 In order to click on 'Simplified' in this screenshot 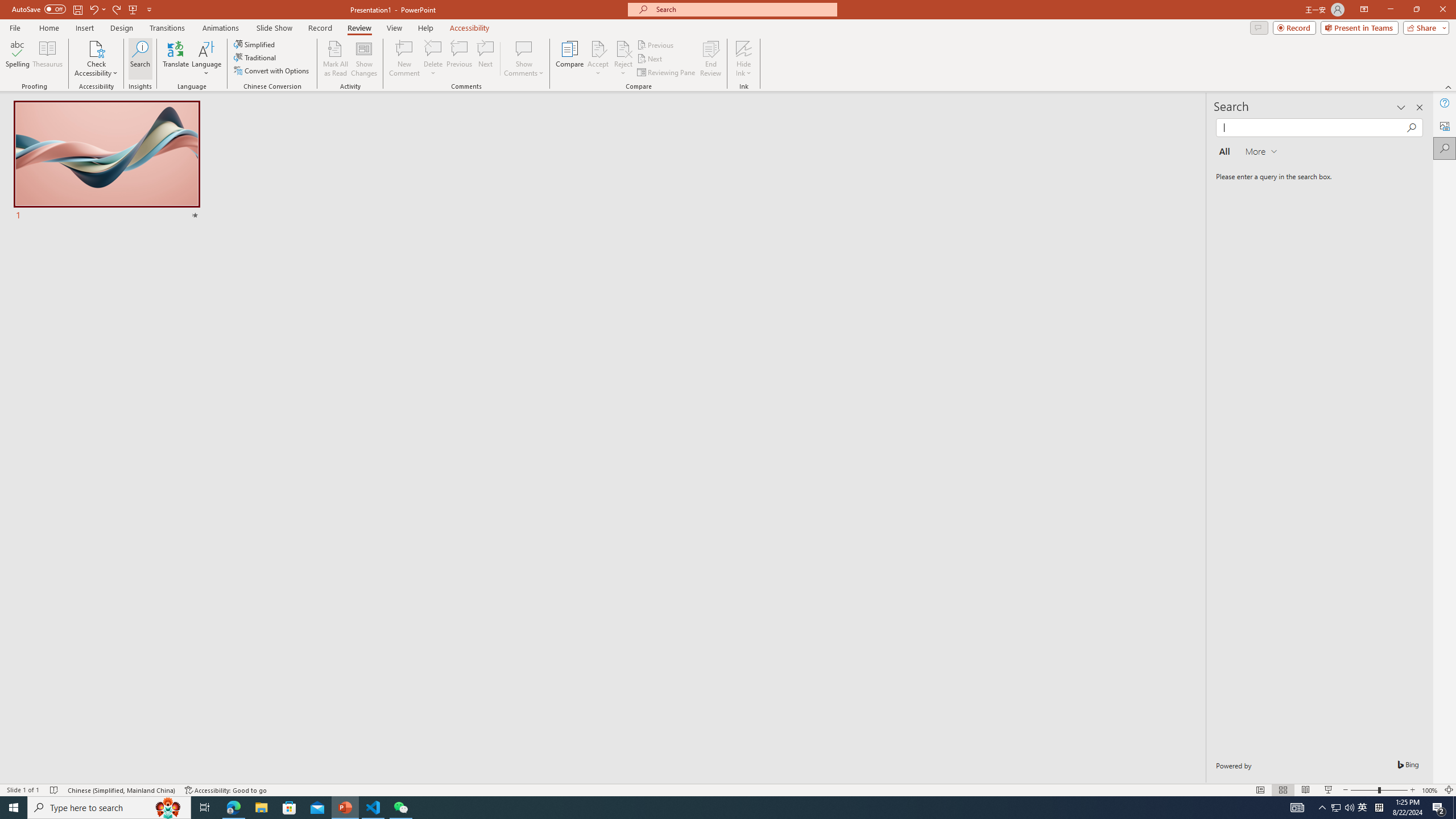, I will do `click(255, 44)`.